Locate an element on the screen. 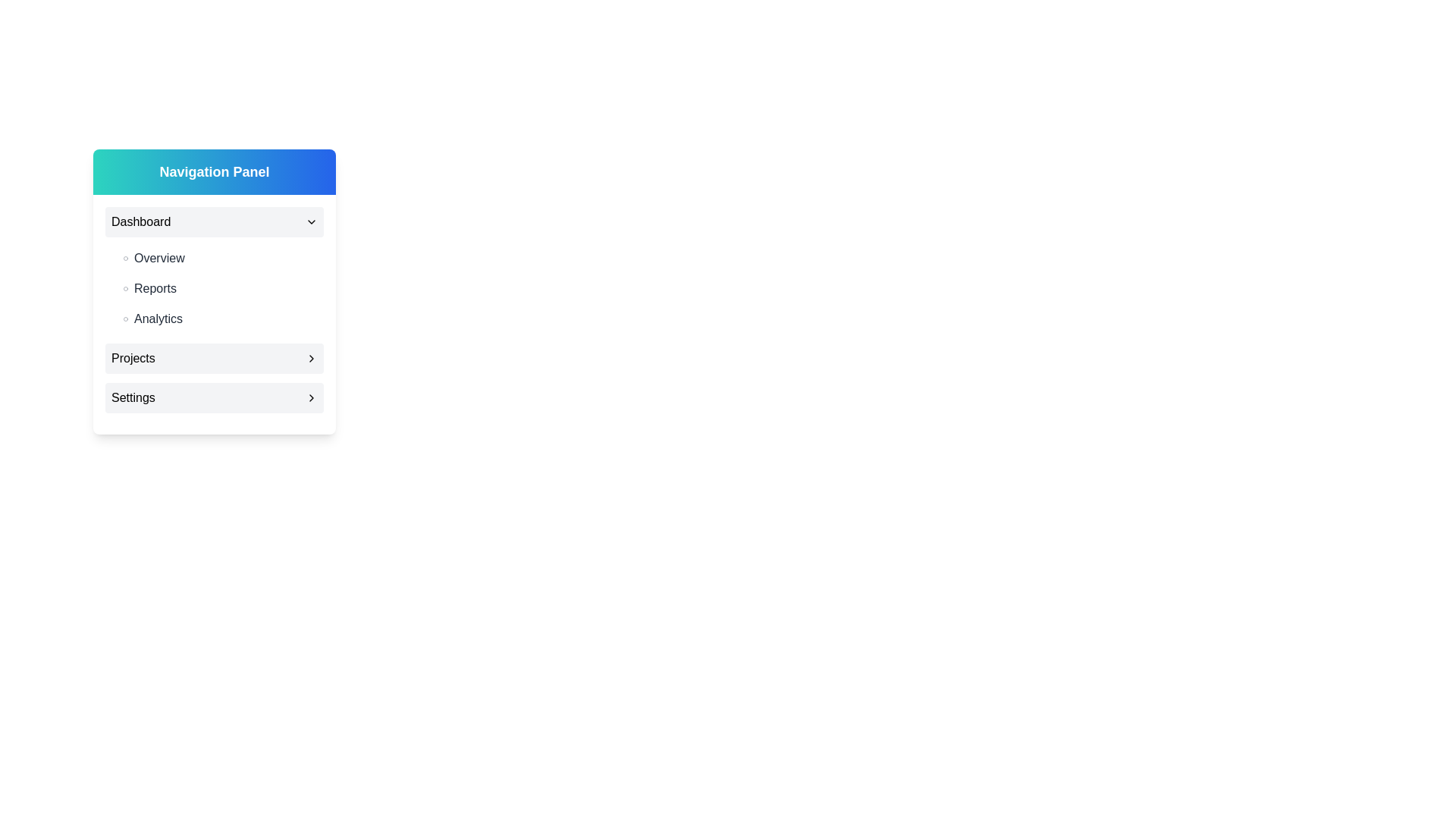  the 'Overview' text label which is the first sub-item under the 'Dashboard' section in the navigation menu is located at coordinates (159, 257).